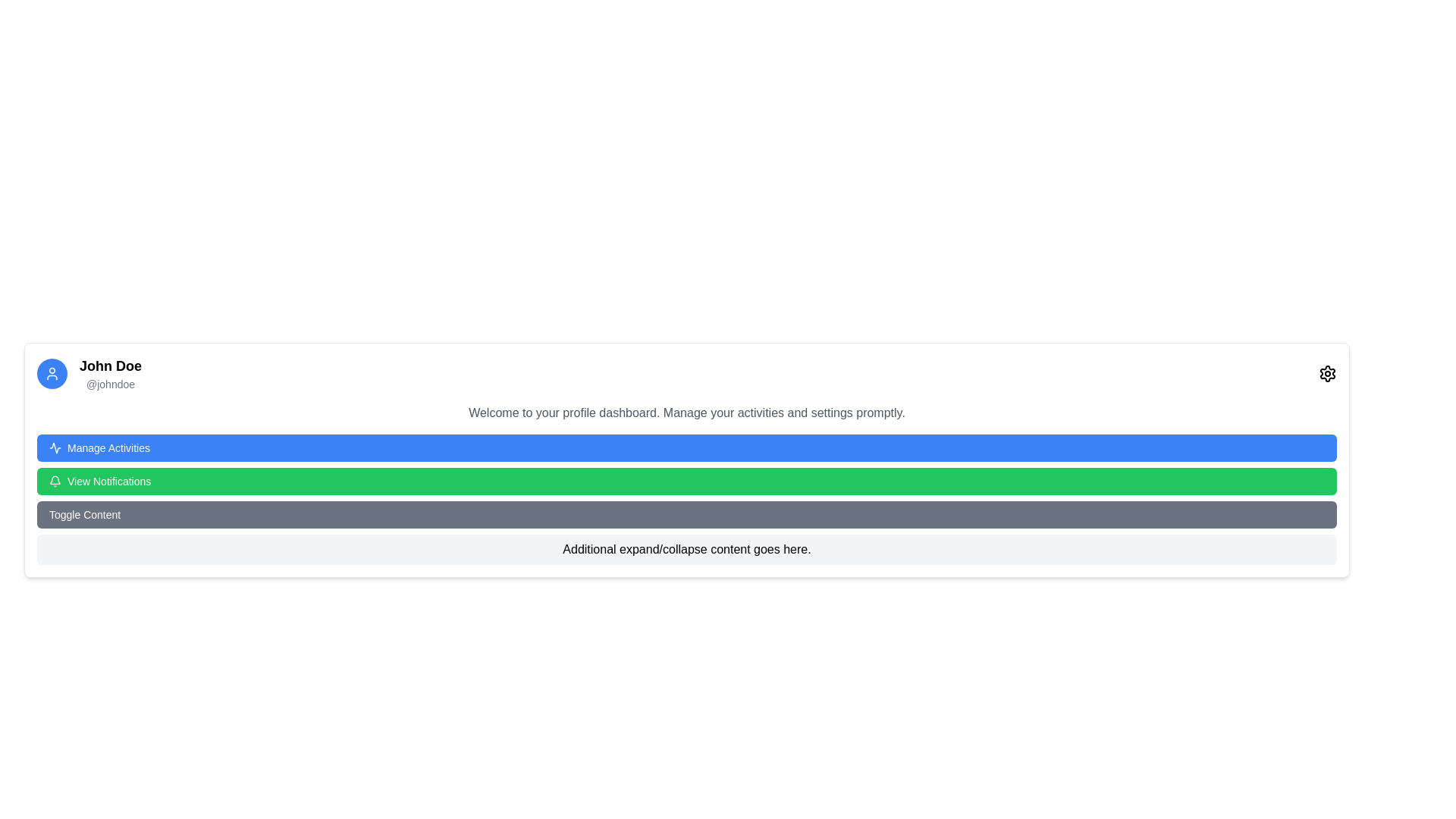 This screenshot has width=1456, height=819. Describe the element at coordinates (109, 383) in the screenshot. I see `the text label displaying '@johndoe', which is styled in light gray and is positioned directly underneath 'John Doe' in the profile section` at that location.